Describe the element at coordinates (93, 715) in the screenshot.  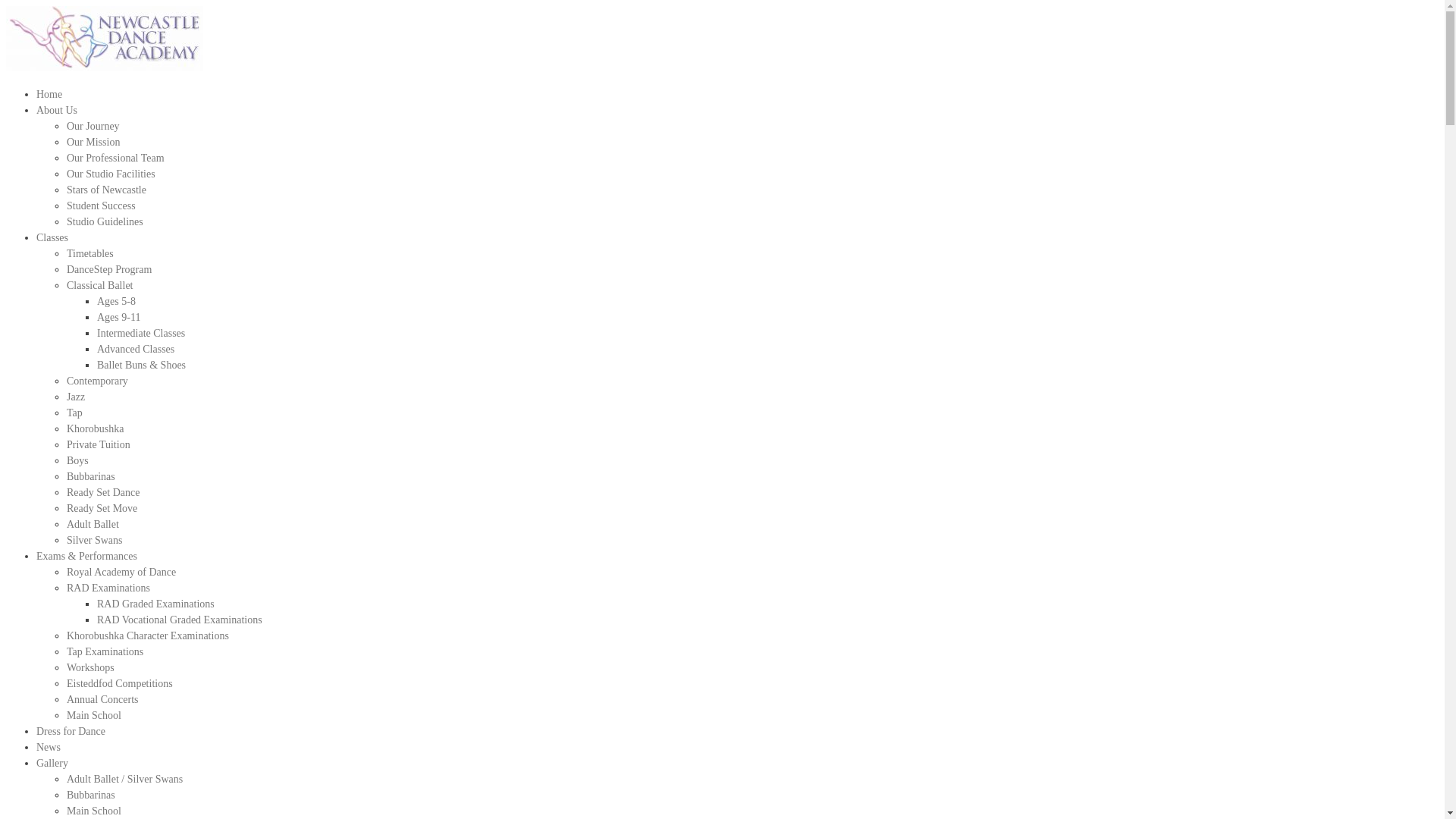
I see `'Main School'` at that location.